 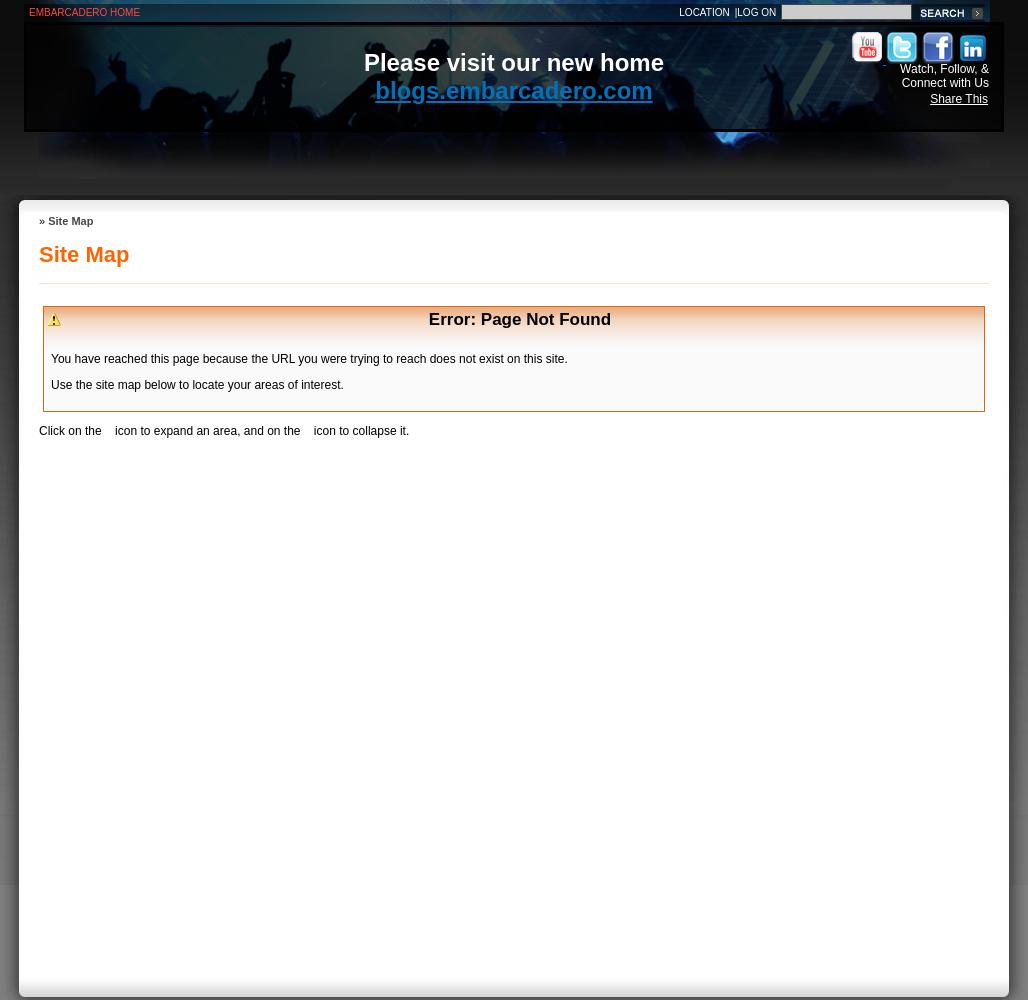 I want to click on 'You have reached this page because the URL you were trying to reach
	      does not exist on this site.', so click(x=309, y=358).